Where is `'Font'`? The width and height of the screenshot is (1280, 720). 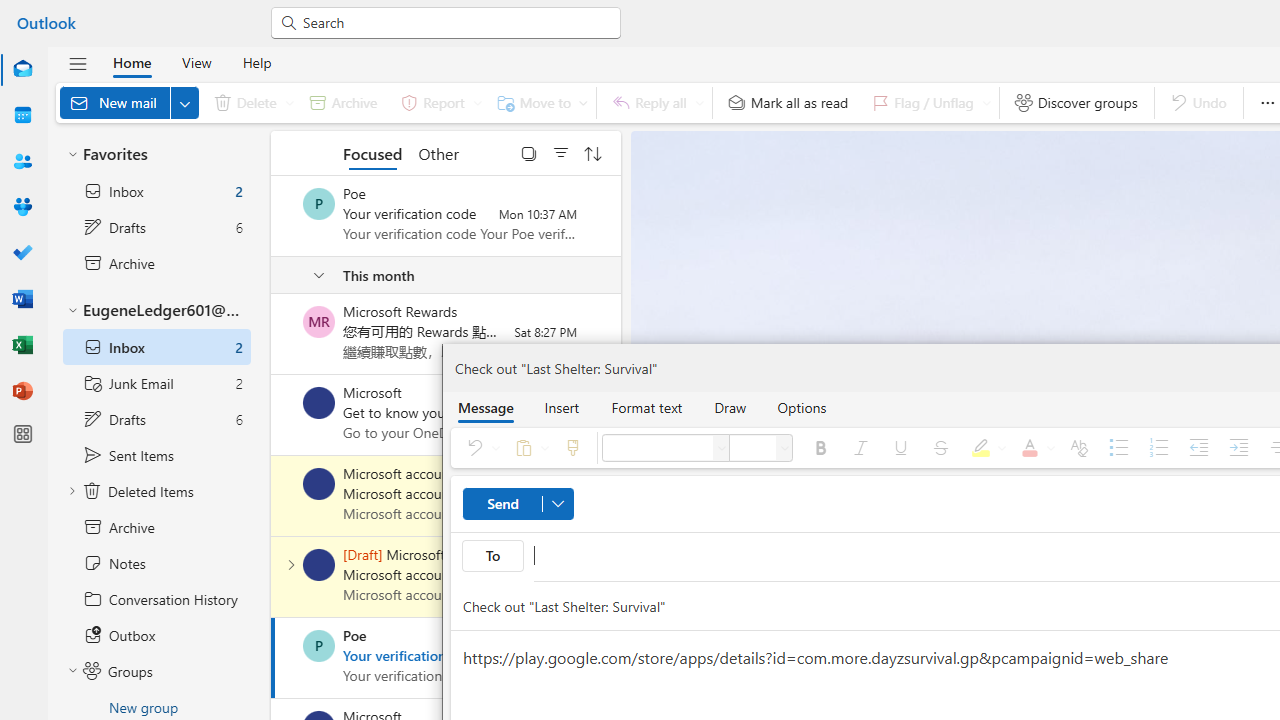
'Font' is located at coordinates (657, 447).